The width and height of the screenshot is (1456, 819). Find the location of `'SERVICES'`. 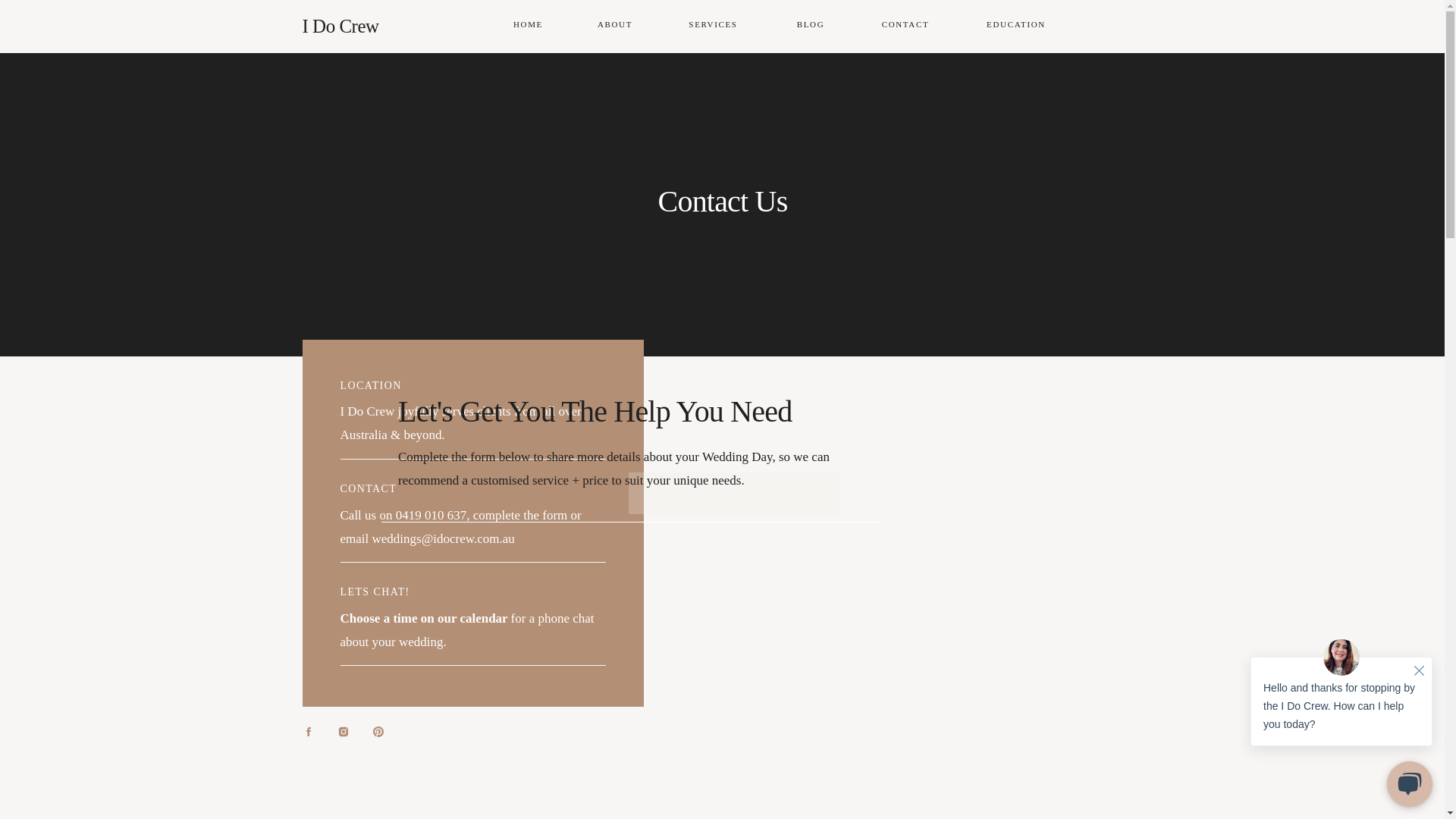

'SERVICES' is located at coordinates (682, 26).